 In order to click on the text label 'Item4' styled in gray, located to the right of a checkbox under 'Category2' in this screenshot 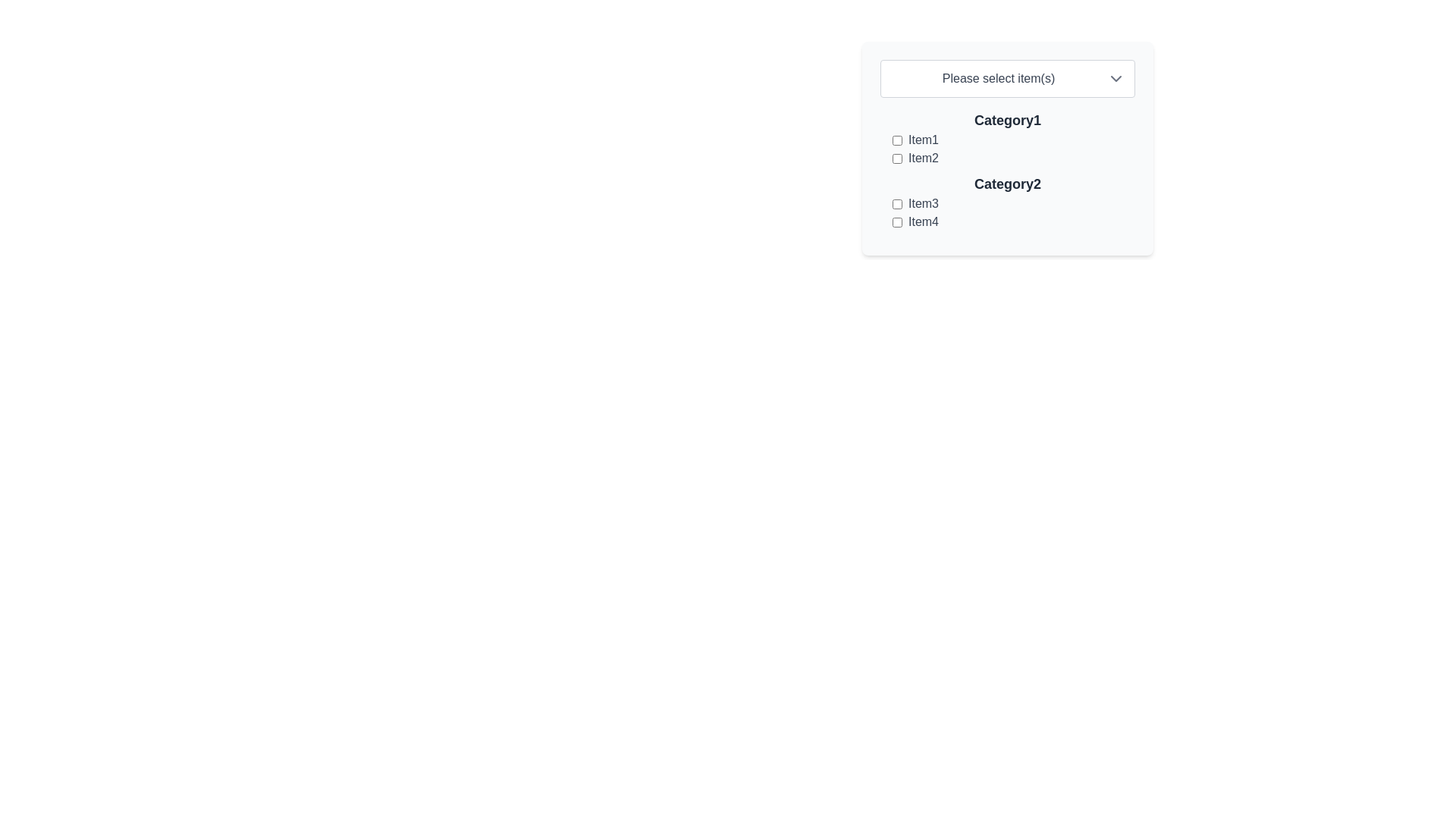, I will do `click(923, 222)`.